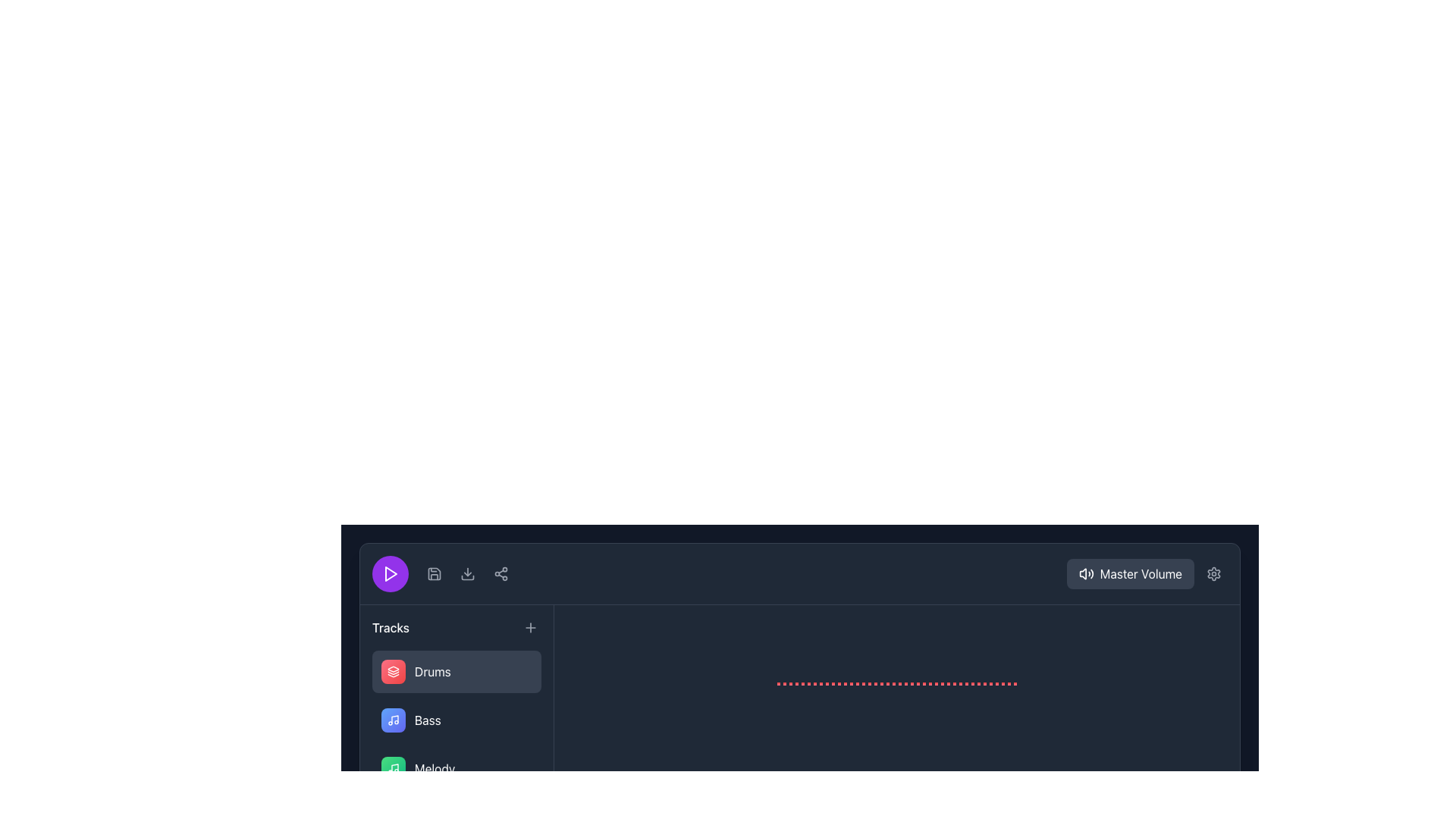  What do you see at coordinates (467, 573) in the screenshot?
I see `the download icon in the toolbar section, located centrally at the top` at bounding box center [467, 573].